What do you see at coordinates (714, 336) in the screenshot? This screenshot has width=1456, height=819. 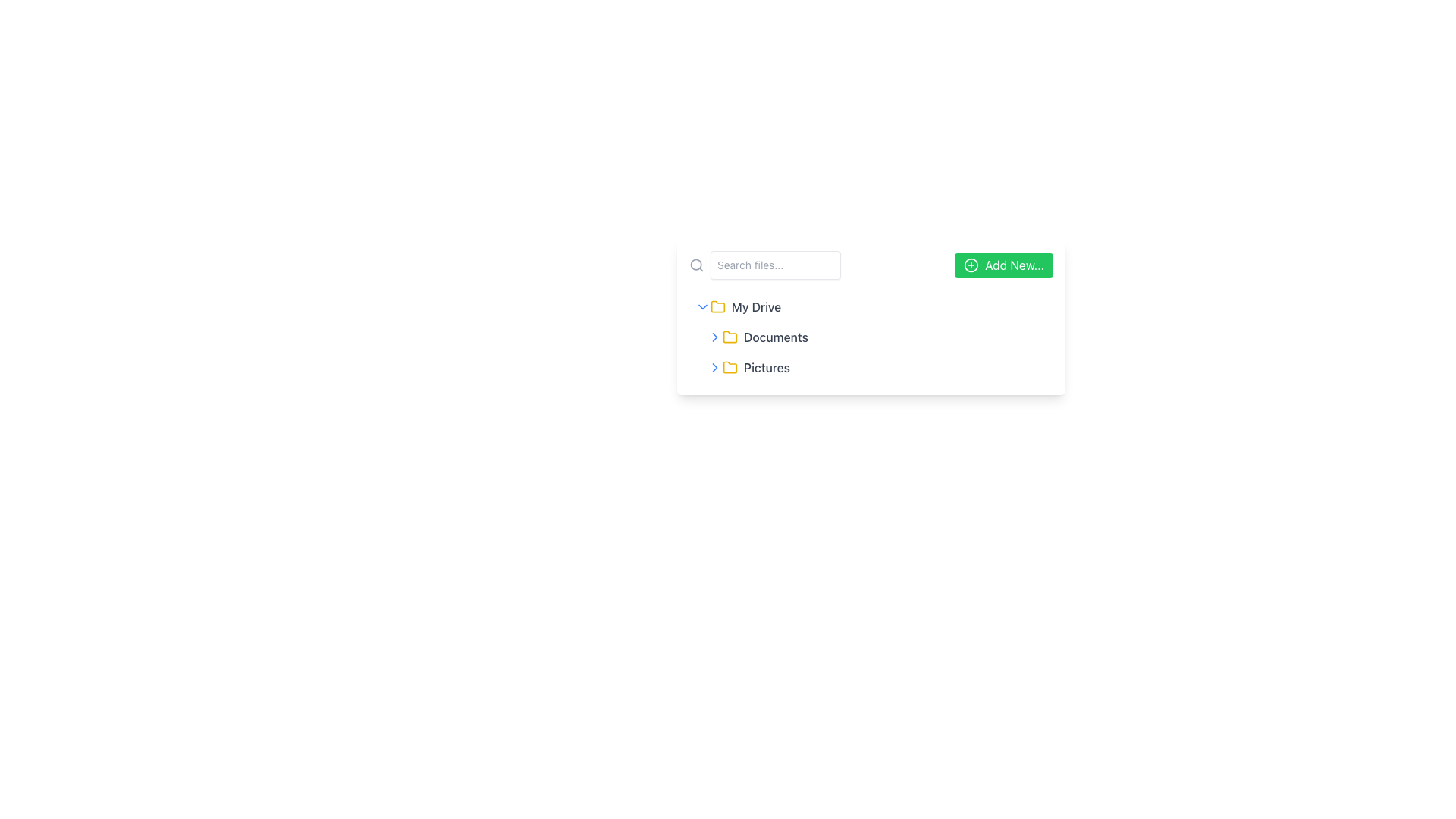 I see `the chevron icon` at bounding box center [714, 336].